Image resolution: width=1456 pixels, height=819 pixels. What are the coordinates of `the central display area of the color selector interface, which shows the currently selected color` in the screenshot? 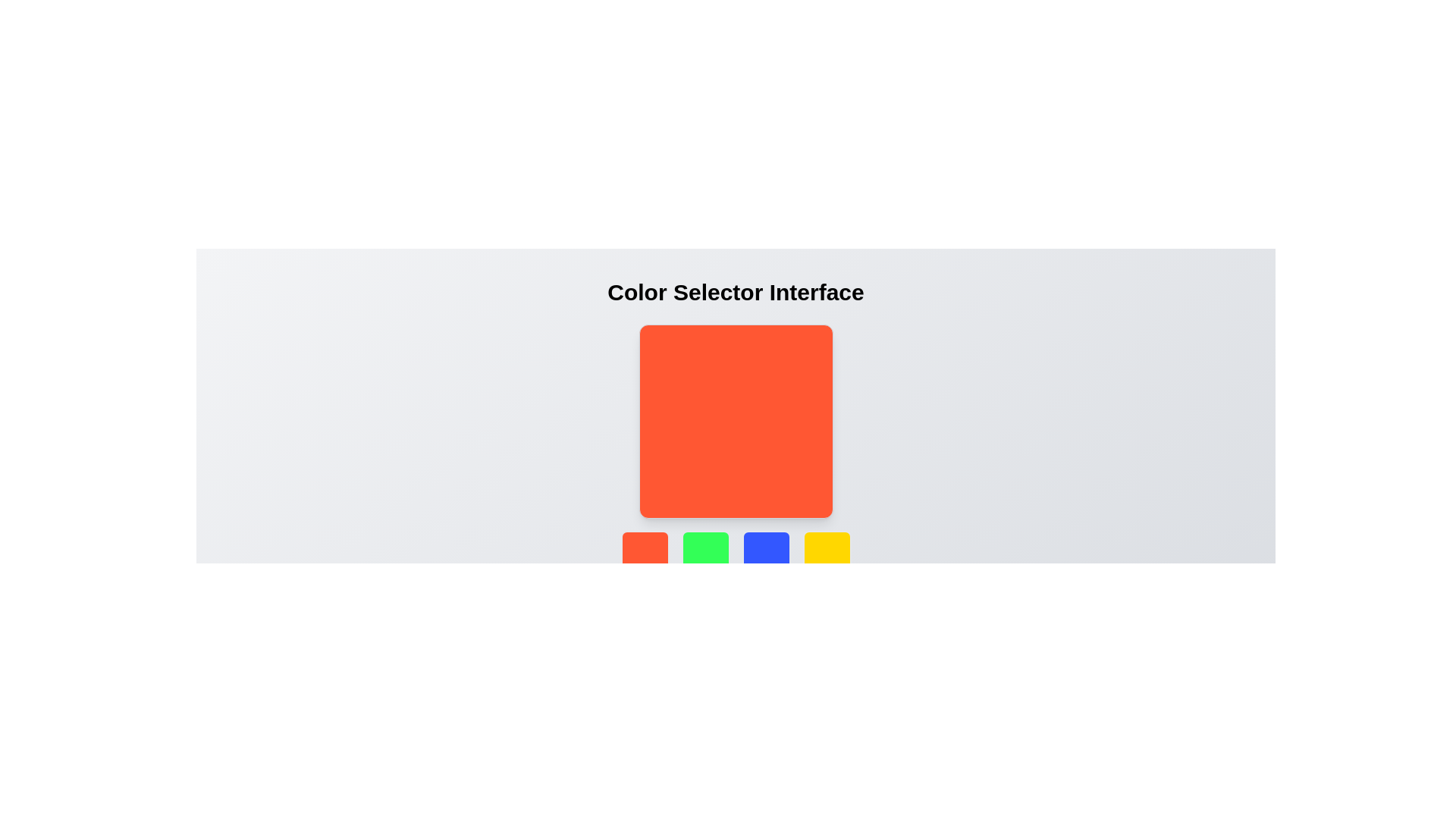 It's located at (736, 421).